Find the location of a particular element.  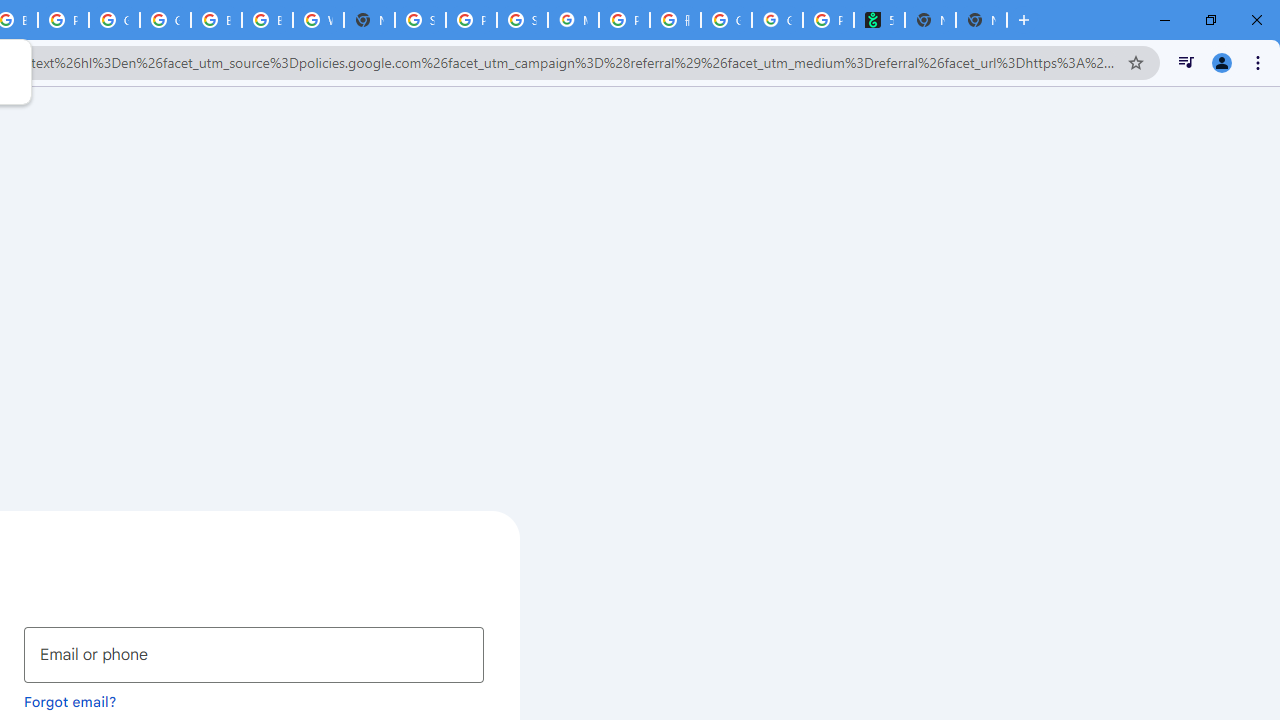

'Sign in - Google Accounts' is located at coordinates (419, 20).